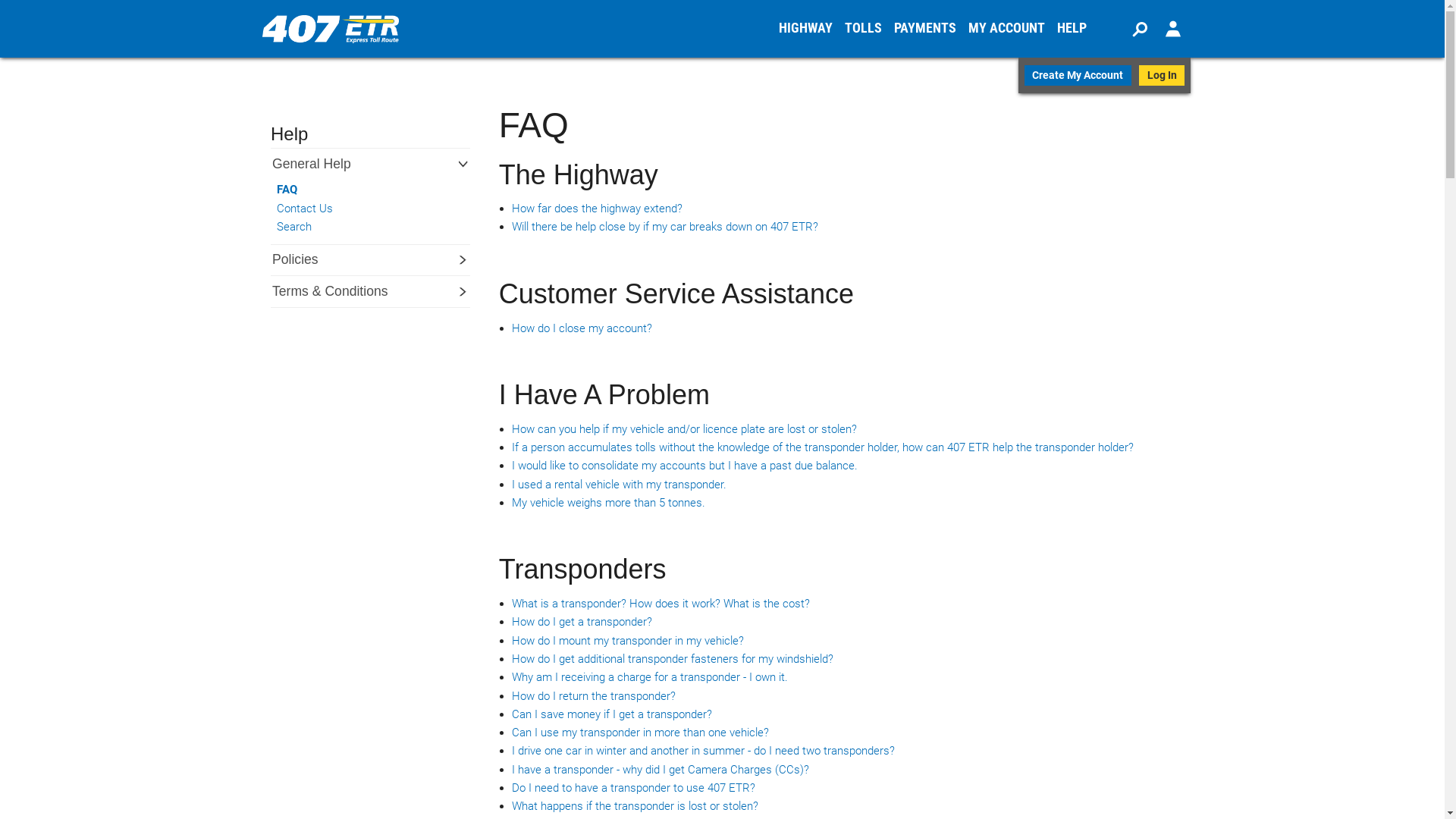 This screenshot has width=1456, height=819. I want to click on 'My vehicle weighs more than 5 tonnes.', so click(608, 503).